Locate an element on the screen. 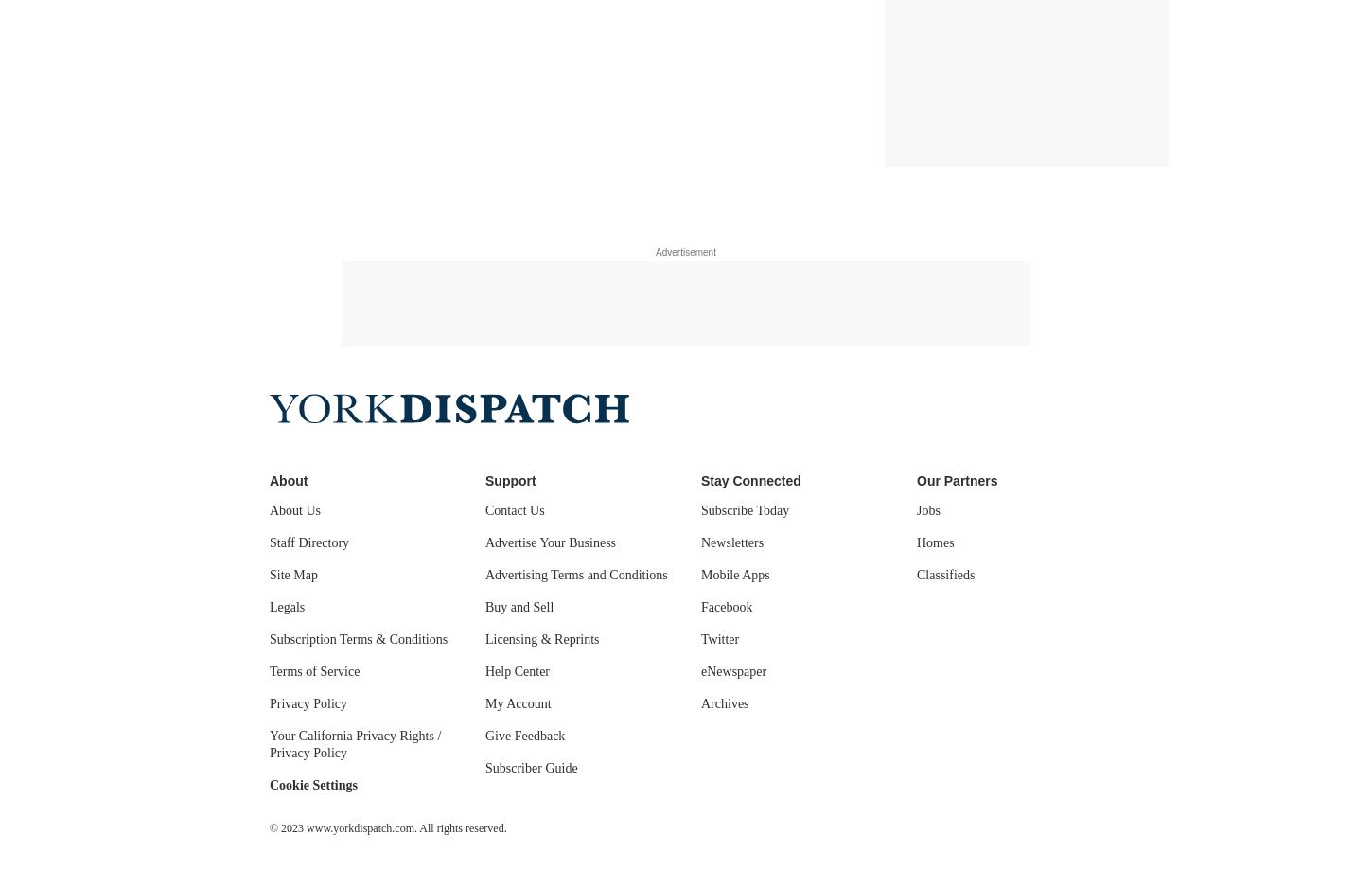 The image size is (1372, 888). 'Site Map' is located at coordinates (270, 575).